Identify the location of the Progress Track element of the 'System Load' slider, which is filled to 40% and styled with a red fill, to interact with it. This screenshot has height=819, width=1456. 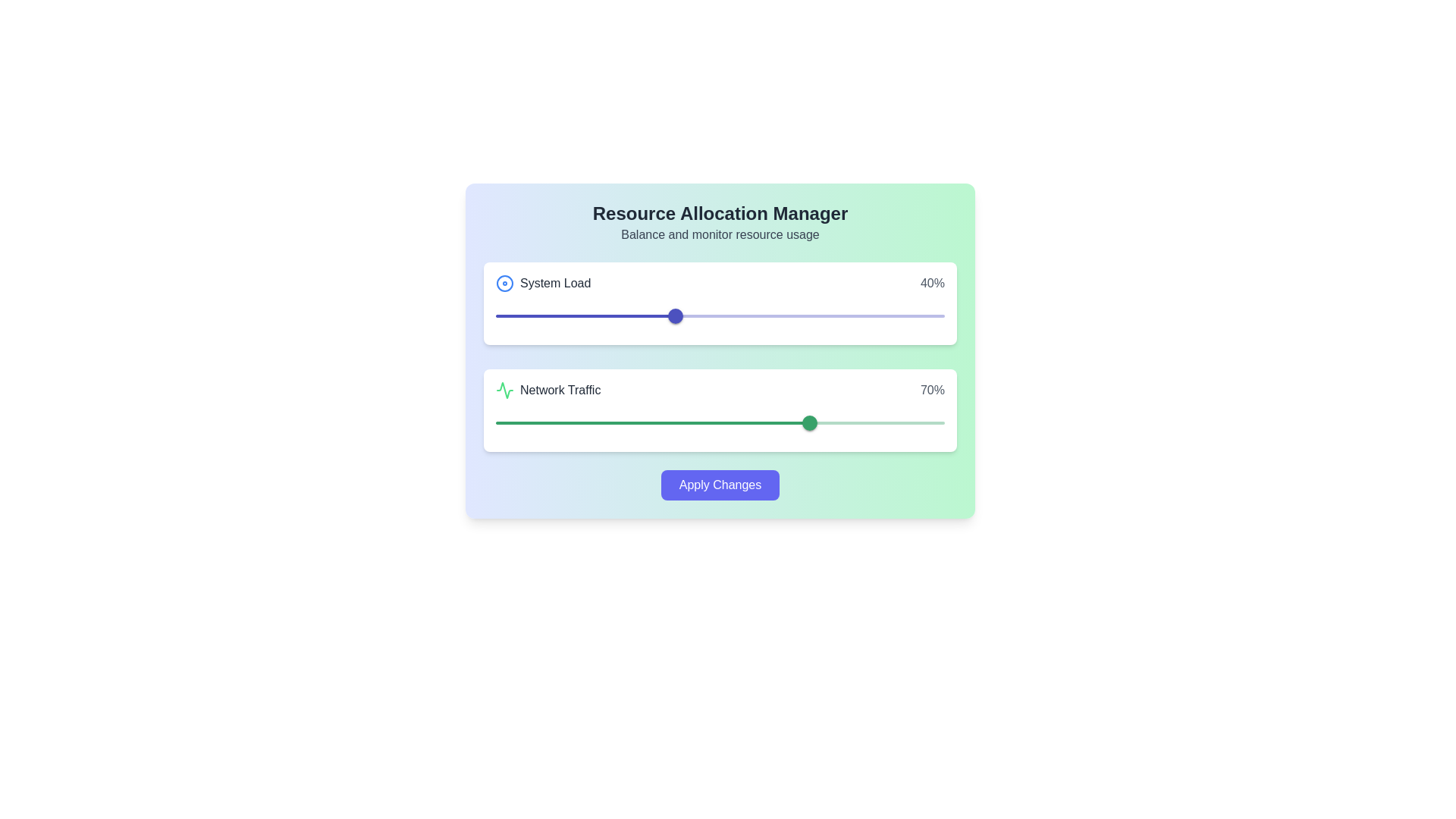
(585, 315).